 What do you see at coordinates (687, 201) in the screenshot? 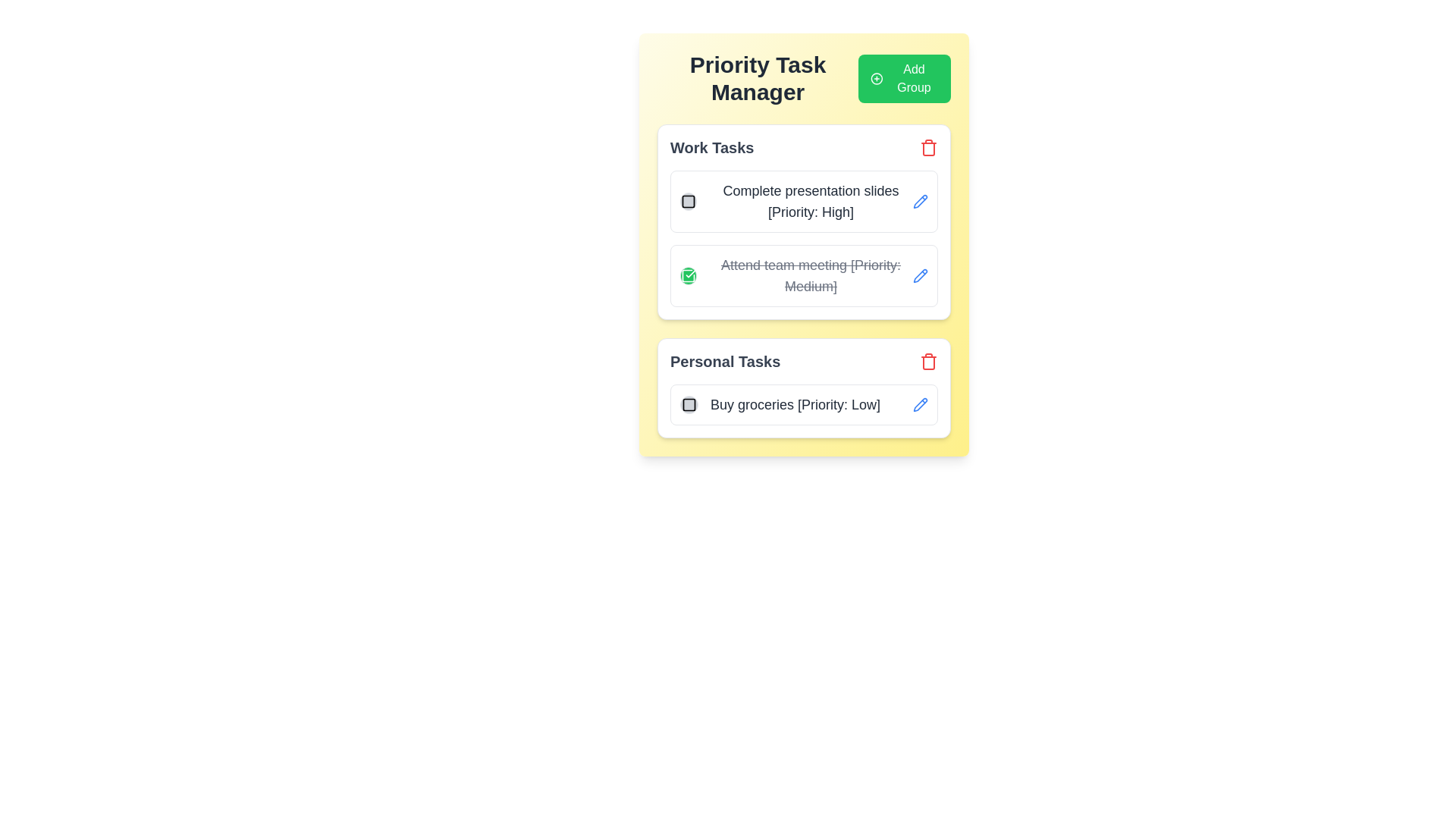
I see `the circular checkbox or toggle button with an empty square icon, located to the far left of the row containing the text 'Complete presentation slides [Priority: High]'` at bounding box center [687, 201].